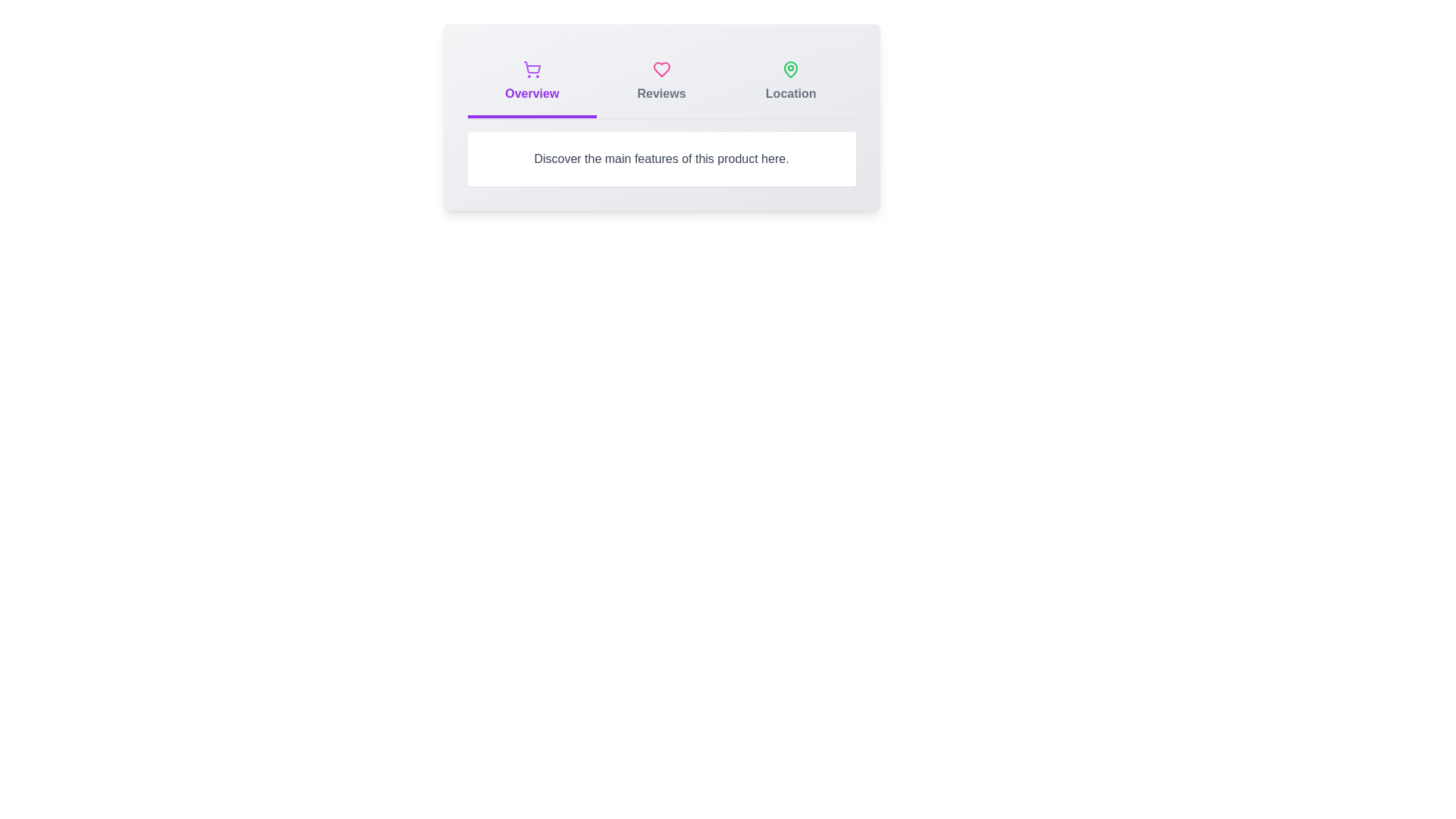 This screenshot has width=1456, height=819. Describe the element at coordinates (531, 83) in the screenshot. I see `the Overview tab to view its content` at that location.